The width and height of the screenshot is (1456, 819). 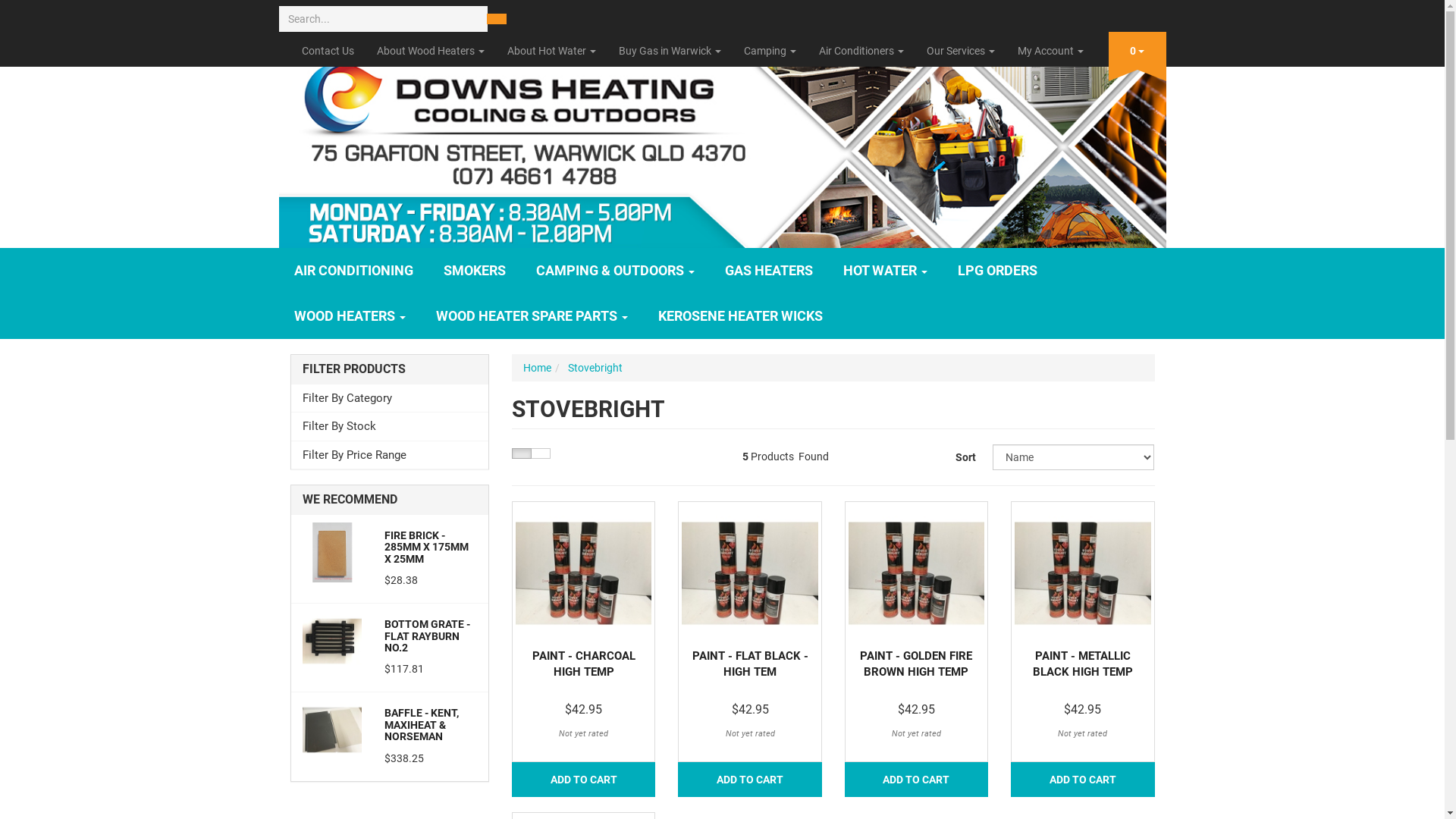 I want to click on '0', so click(x=1109, y=46).